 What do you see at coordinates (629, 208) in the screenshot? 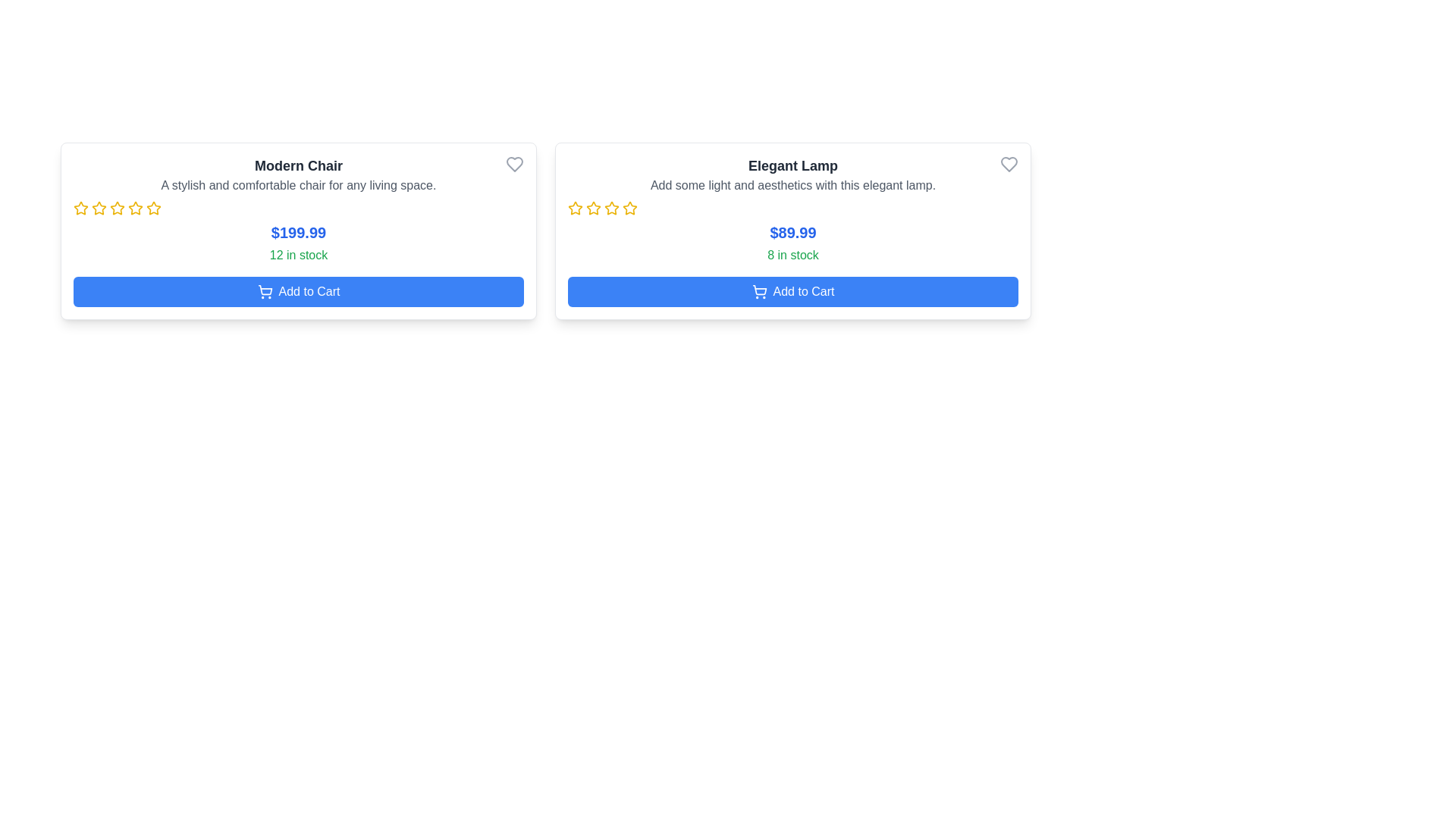
I see `the fourth star icon with a hollow center and yellow outline in the rating stars section of the 'Elegant Lamp' product card` at bounding box center [629, 208].